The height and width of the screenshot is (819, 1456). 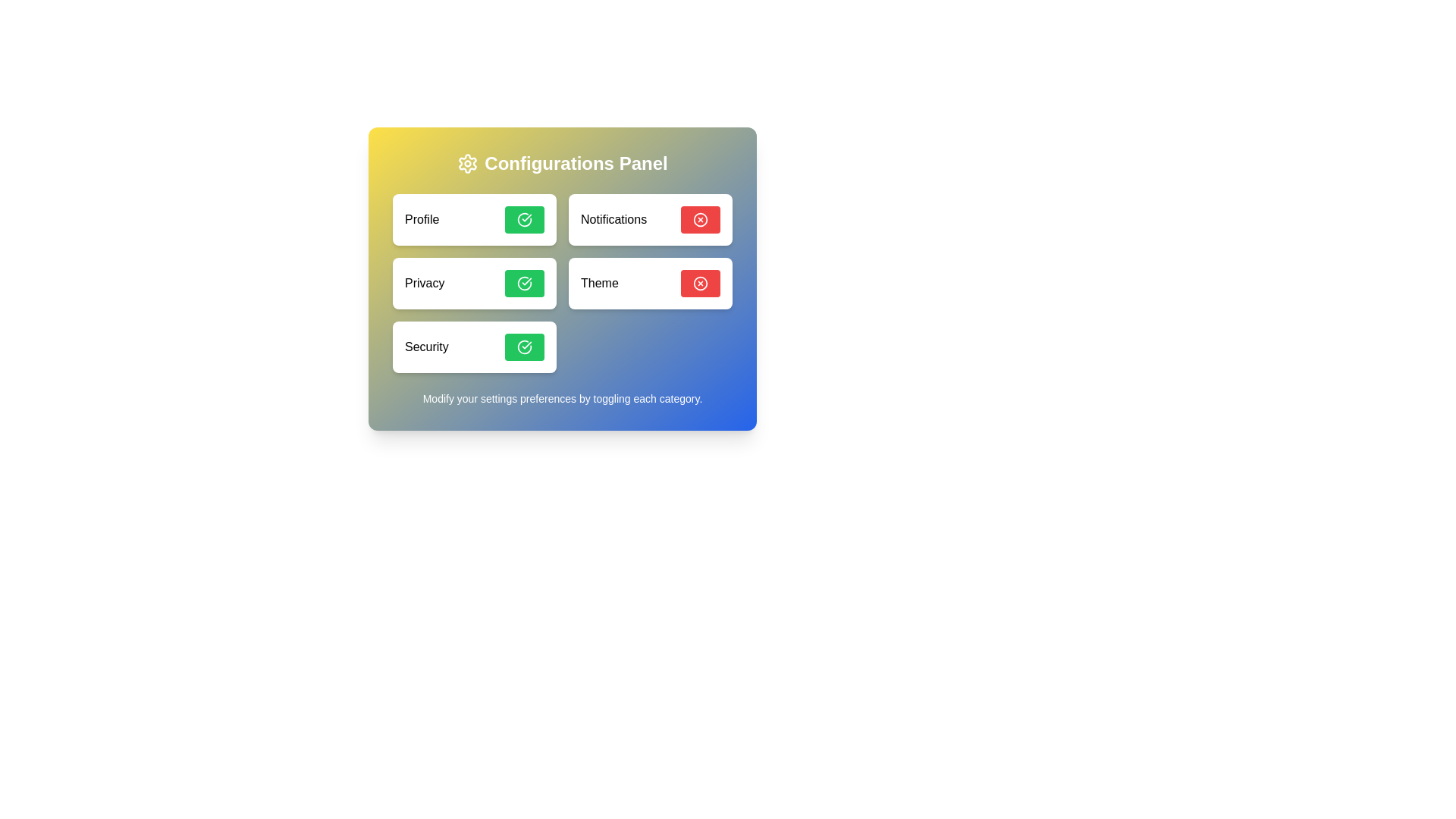 I want to click on the profile status indicator located to the right of the 'Profile' label in the configuration options, so click(x=524, y=219).